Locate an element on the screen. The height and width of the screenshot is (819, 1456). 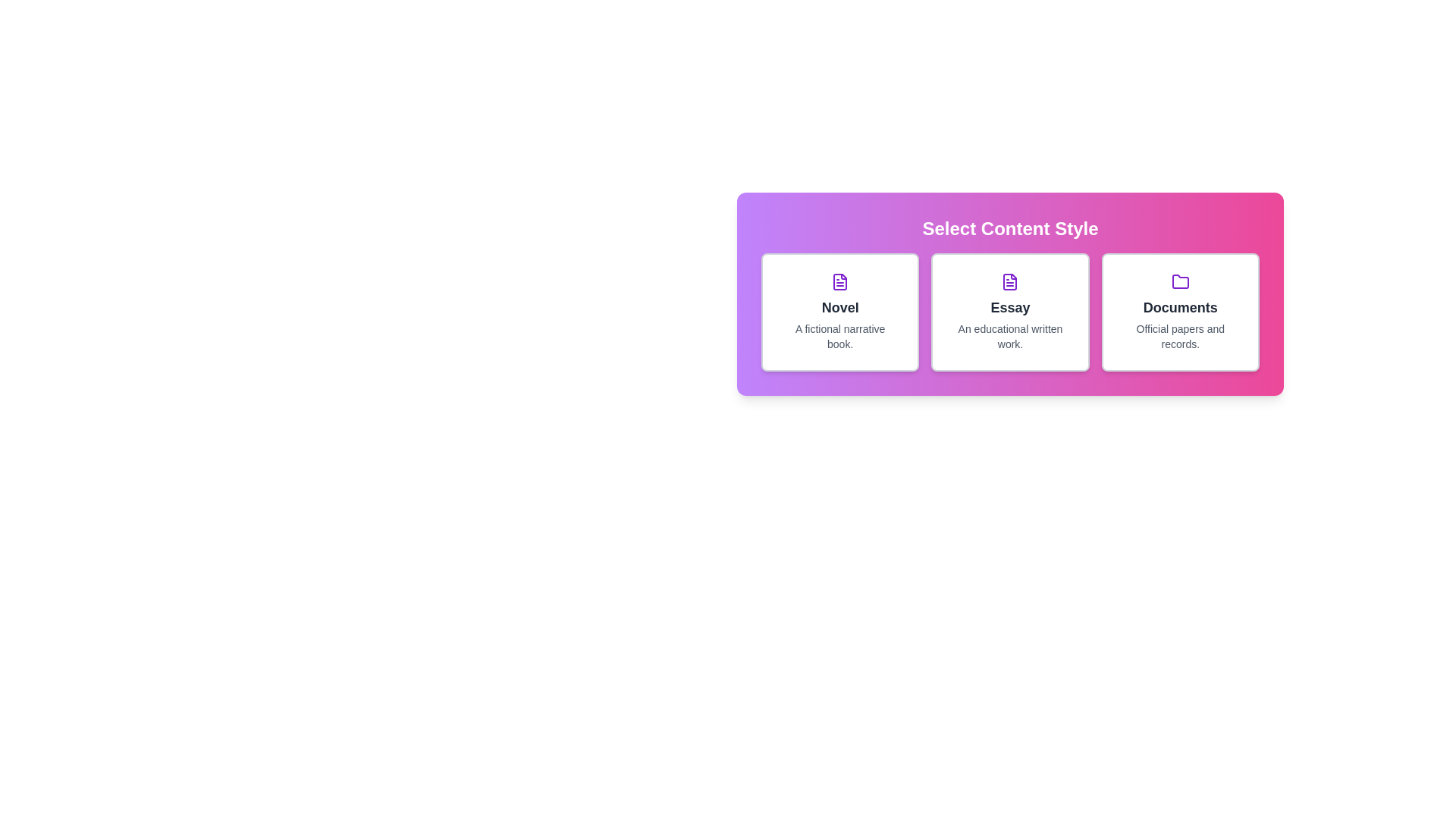
the interactive selection card labeled 'Essay' which is the second card in the row of three within the 'Select Content Style' section is located at coordinates (1010, 294).